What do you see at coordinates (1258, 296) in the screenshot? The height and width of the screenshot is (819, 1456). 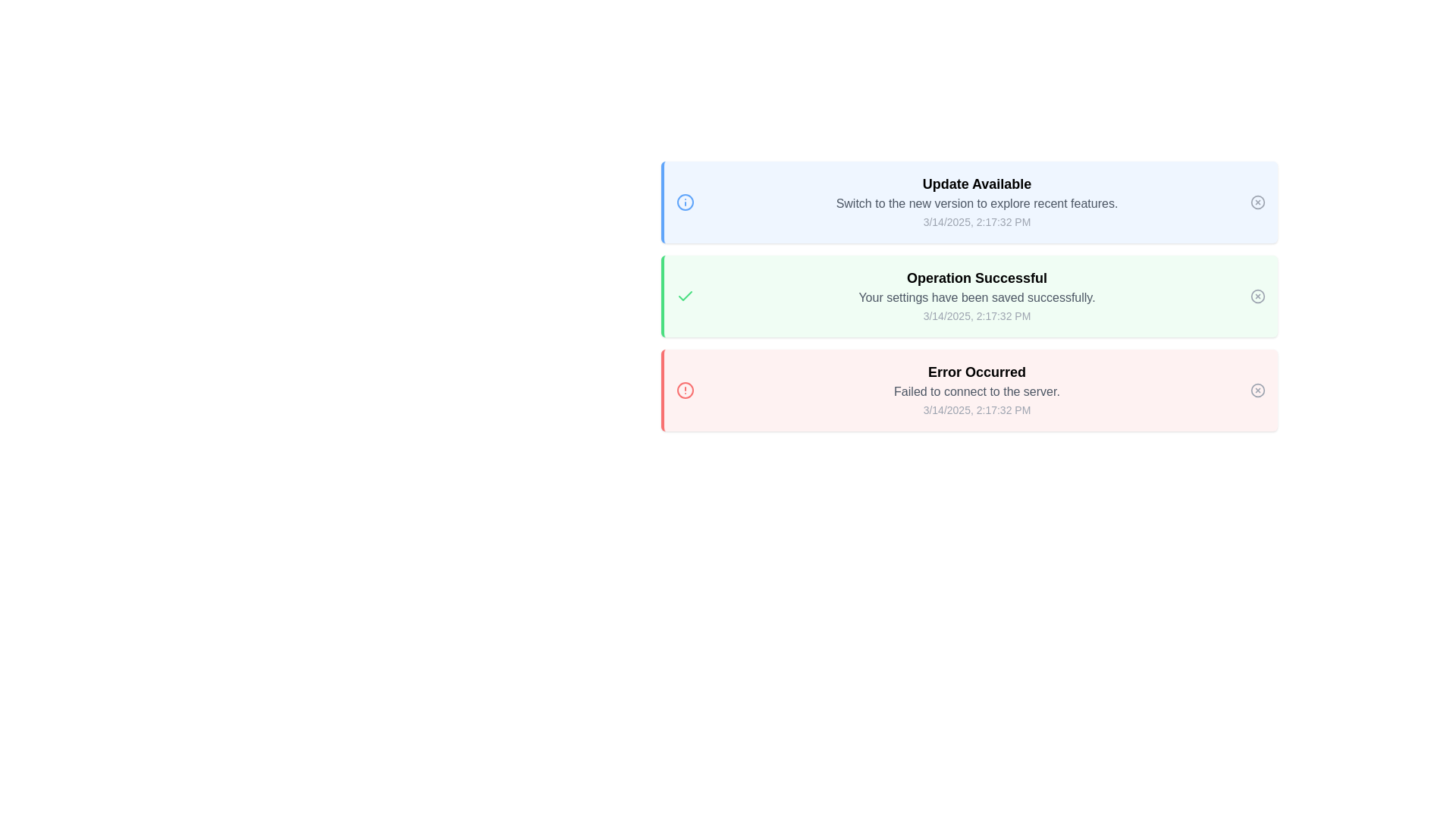 I see `the close button of the notification labeled 'Operation Successful' located at the rightmost end of the notification box` at bounding box center [1258, 296].